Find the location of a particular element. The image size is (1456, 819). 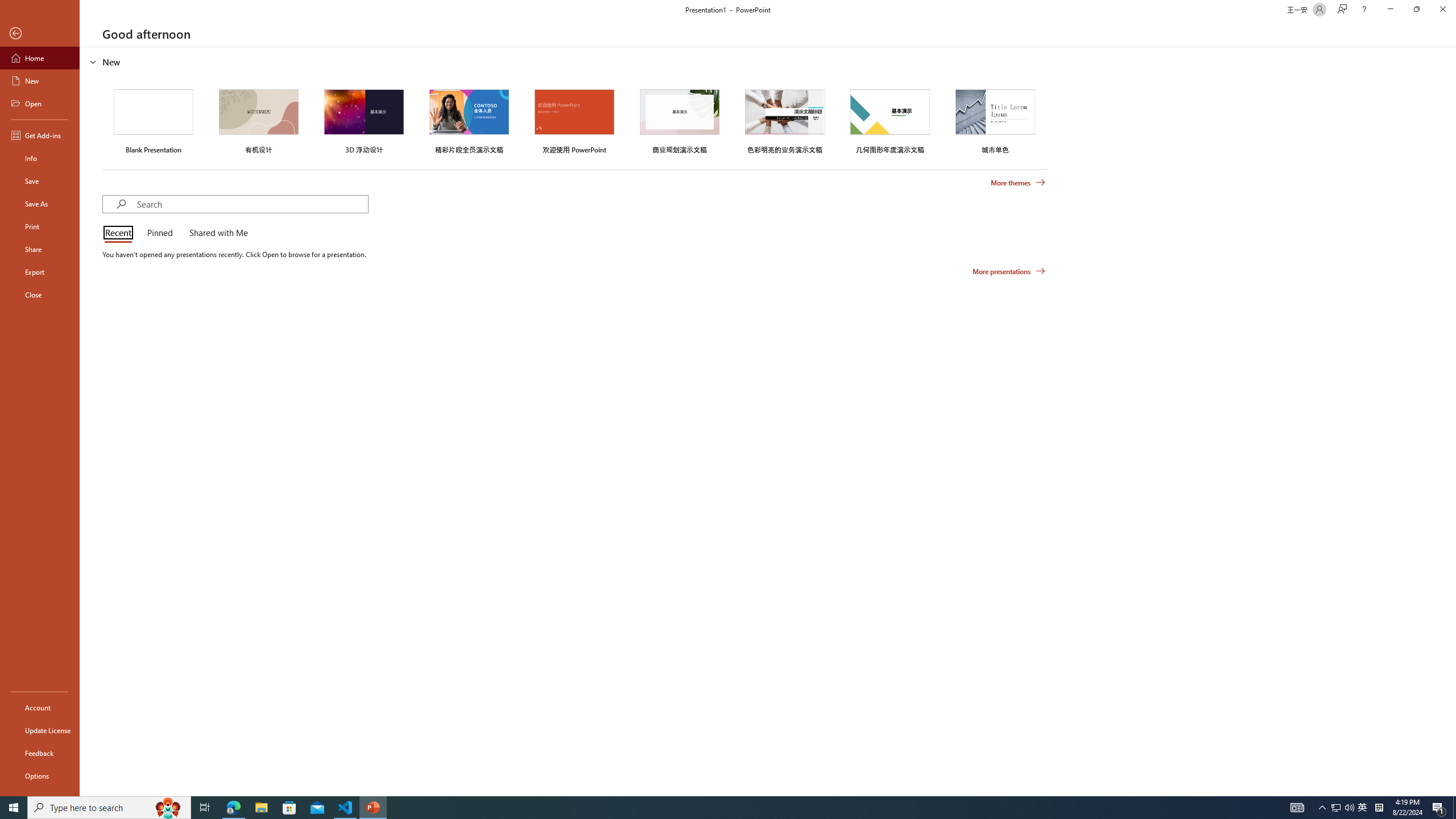

'Feedback' is located at coordinates (39, 753).